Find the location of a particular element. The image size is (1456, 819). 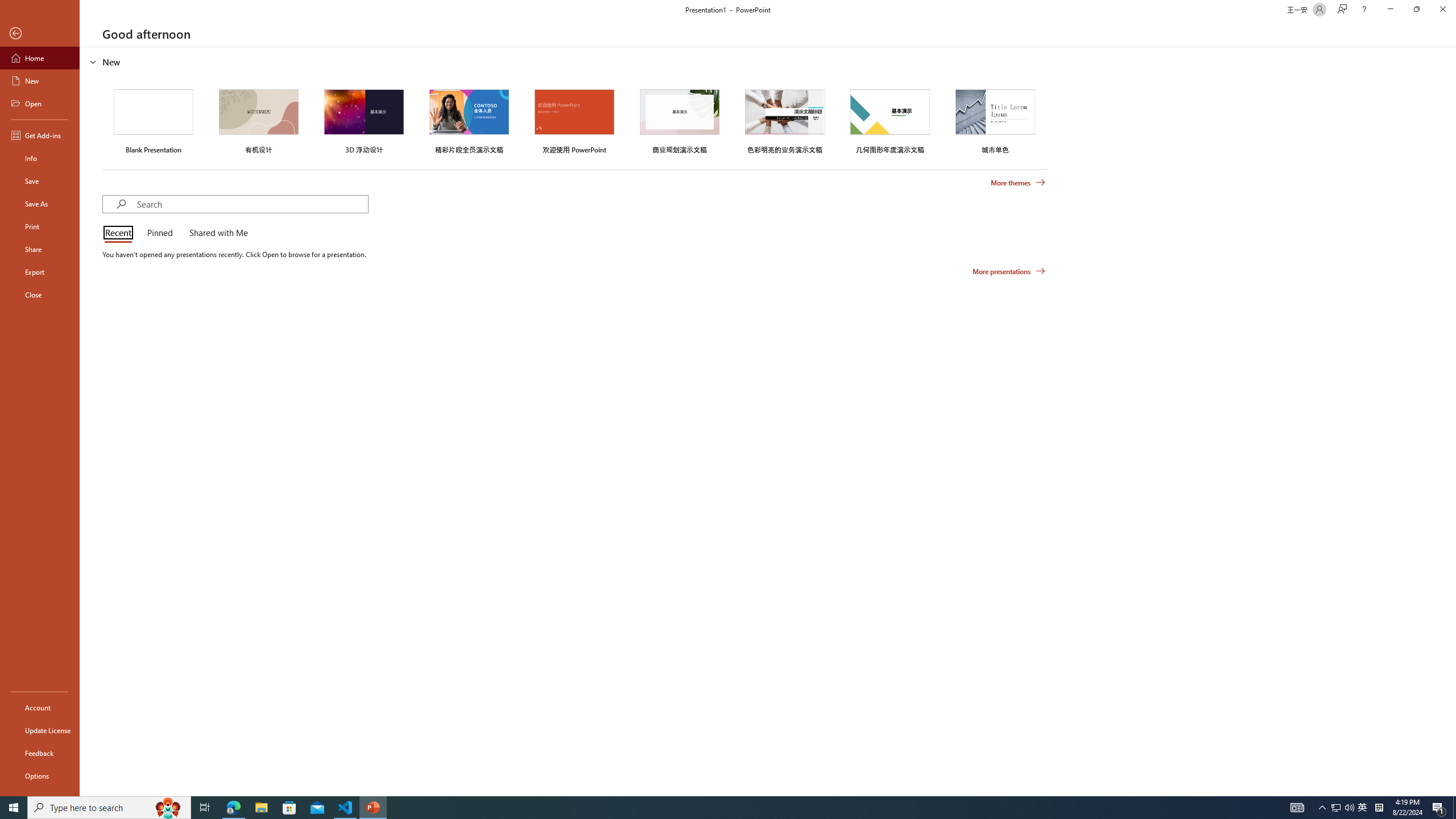

'Feedback' is located at coordinates (39, 753).